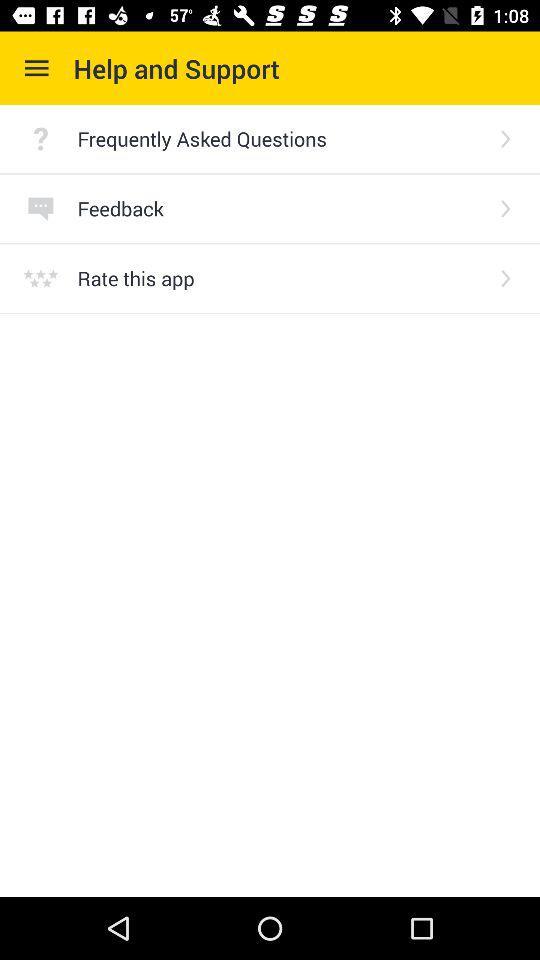 The height and width of the screenshot is (960, 540). What do you see at coordinates (280, 277) in the screenshot?
I see `the rate this app item` at bounding box center [280, 277].